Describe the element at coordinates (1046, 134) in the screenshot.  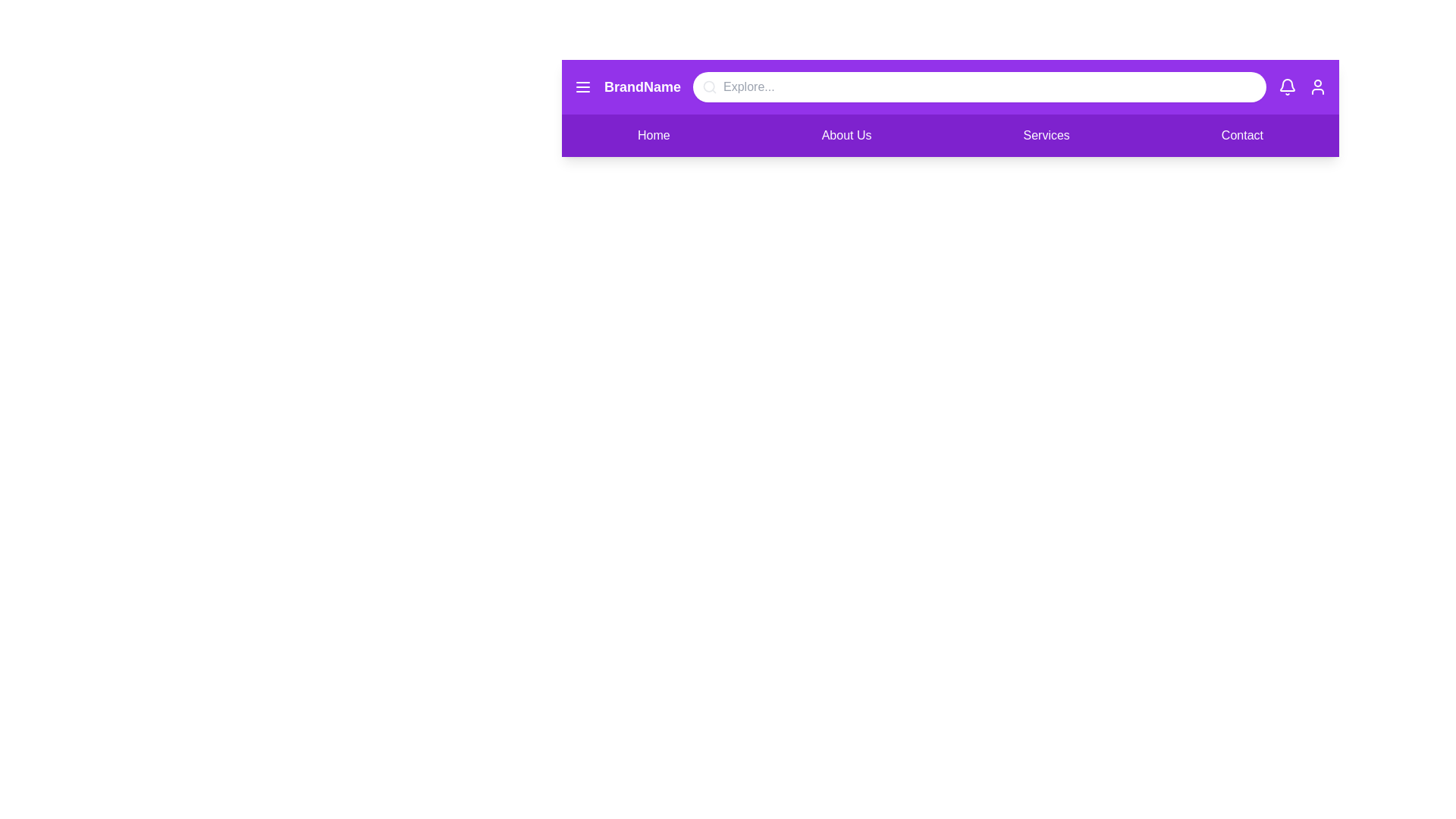
I see `the Services link in the navigation menu` at that location.